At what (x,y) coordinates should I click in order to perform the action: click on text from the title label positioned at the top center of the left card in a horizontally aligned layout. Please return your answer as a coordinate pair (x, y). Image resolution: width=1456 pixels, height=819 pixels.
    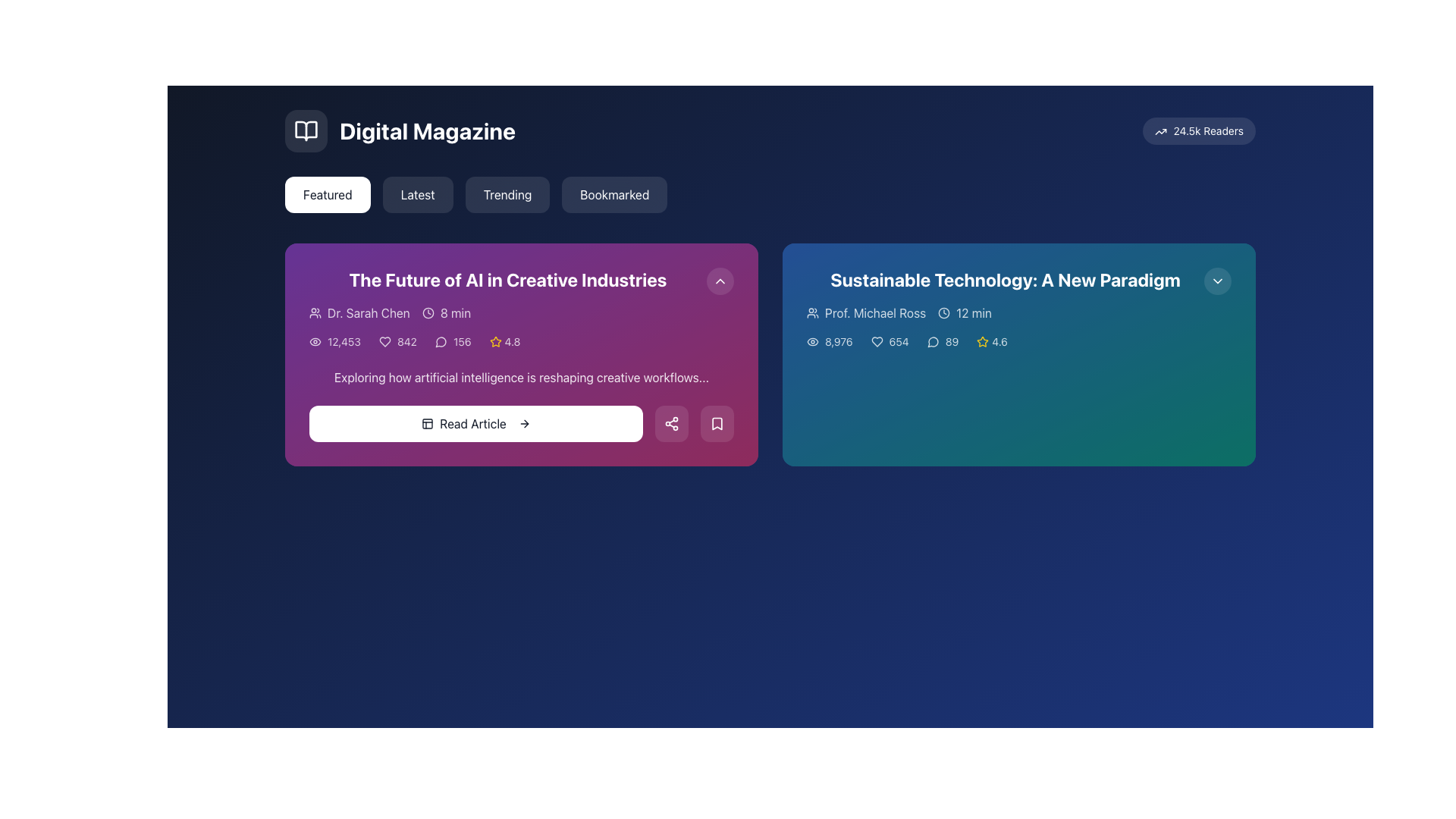
    Looking at the image, I should click on (508, 280).